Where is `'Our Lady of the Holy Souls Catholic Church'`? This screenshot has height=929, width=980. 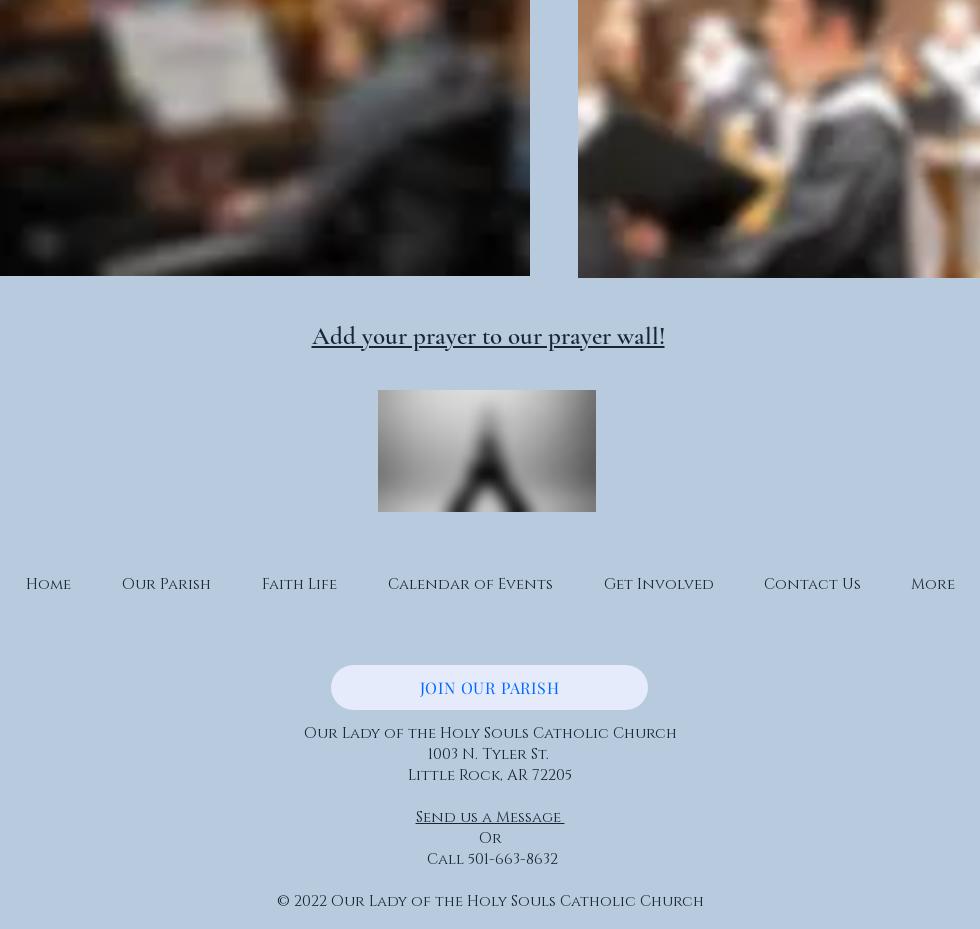
'Our Lady of the Holy Souls Catholic Church' is located at coordinates (489, 733).